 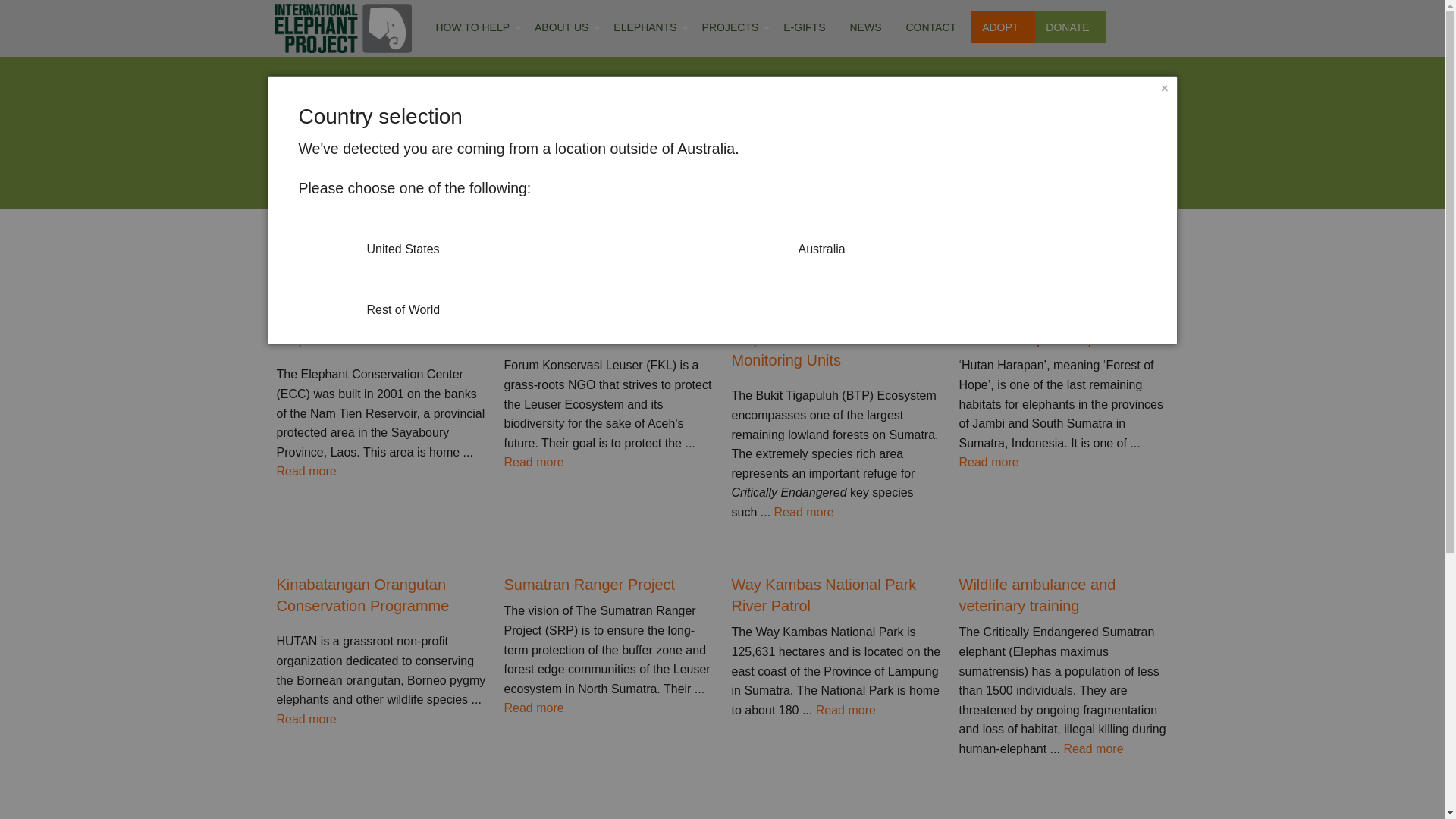 What do you see at coordinates (1069, 27) in the screenshot?
I see `'DONATE'` at bounding box center [1069, 27].